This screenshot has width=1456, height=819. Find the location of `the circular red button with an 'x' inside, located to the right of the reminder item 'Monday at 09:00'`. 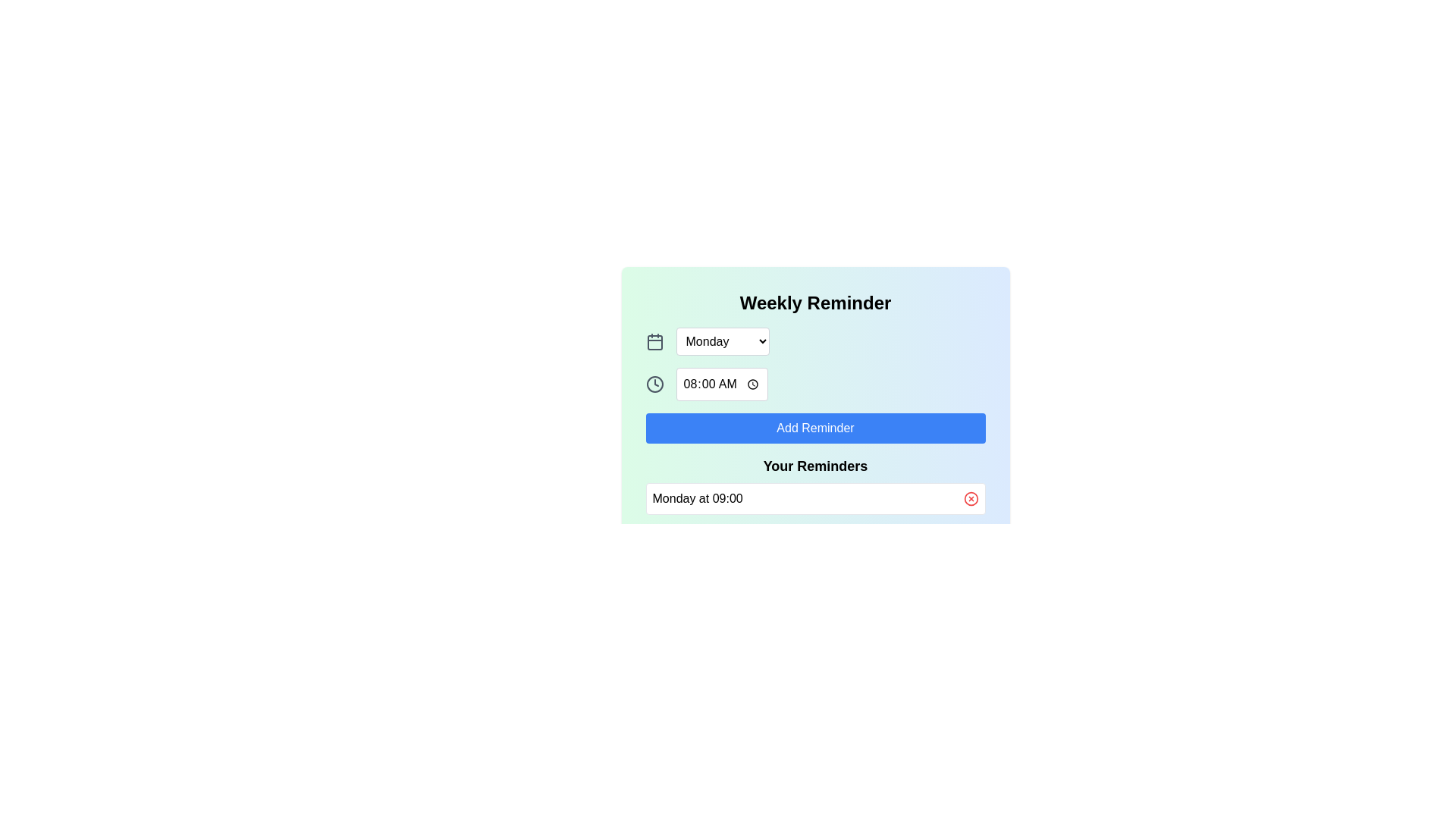

the circular red button with an 'x' inside, located to the right of the reminder item 'Monday at 09:00' is located at coordinates (971, 499).